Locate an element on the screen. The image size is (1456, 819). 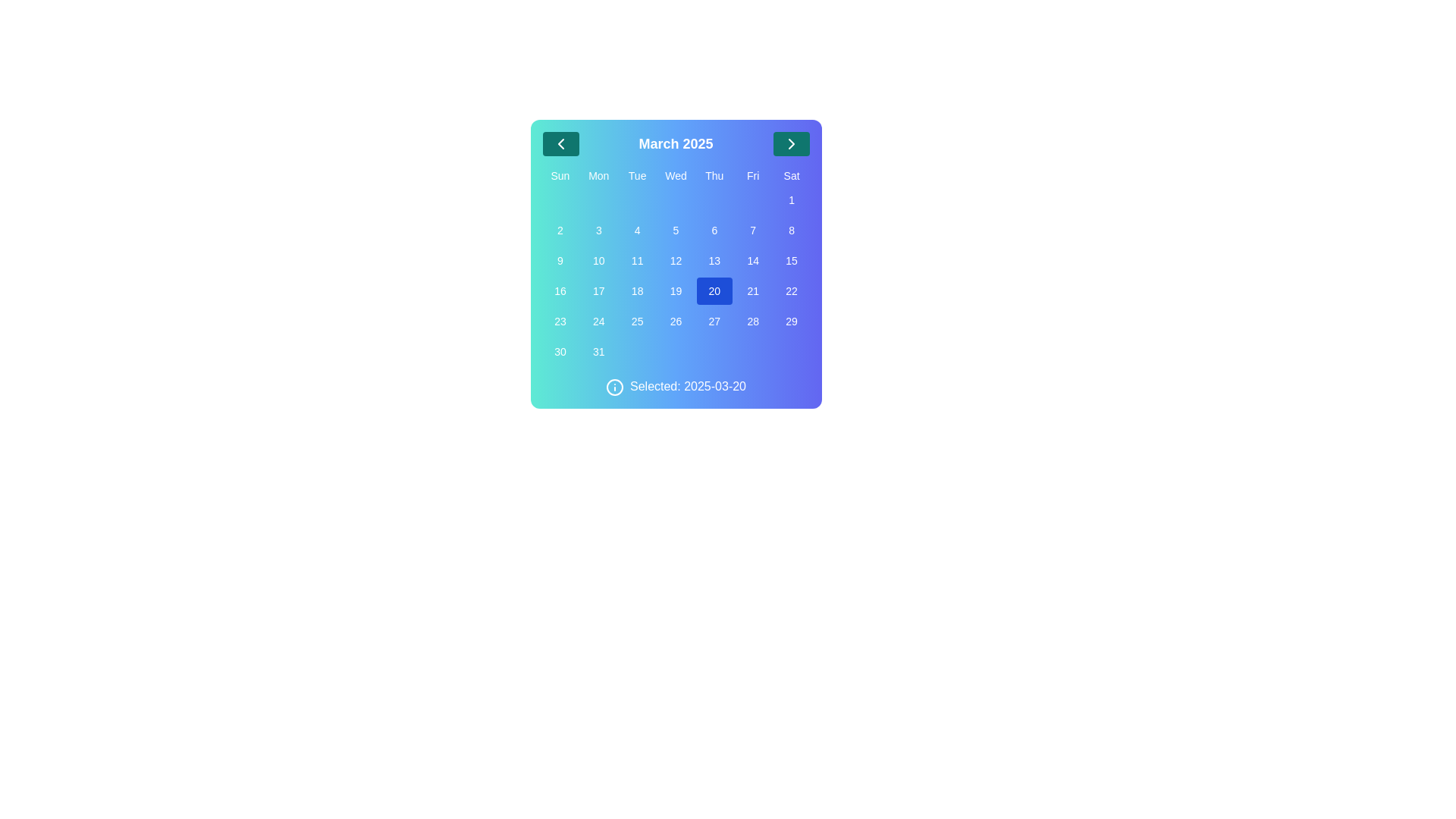
the Text label displaying 'Thu', which is part of the weekly header in the calendar component, positioned between 'Wed' and 'Fri' is located at coordinates (714, 174).